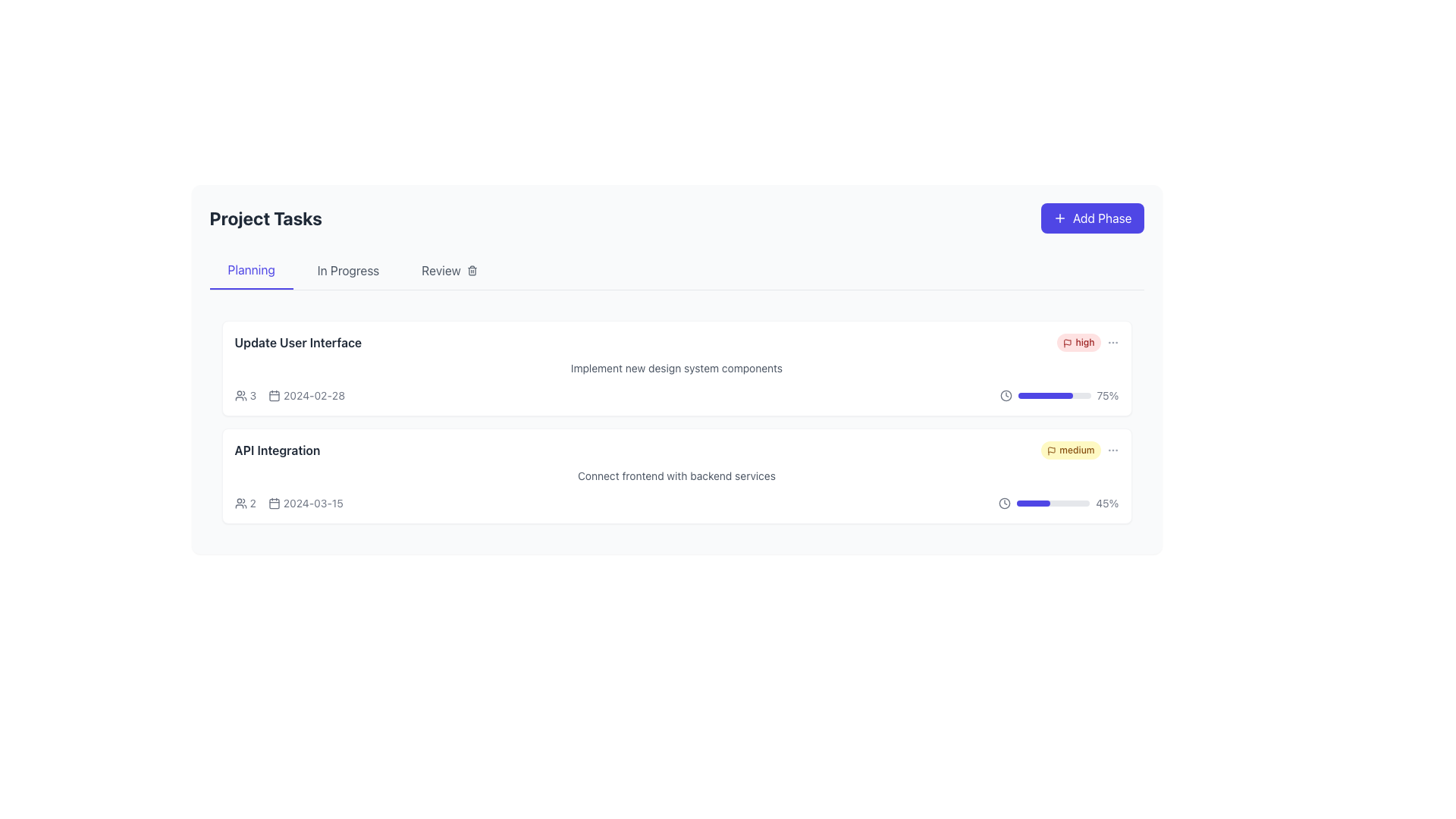 This screenshot has width=1456, height=819. What do you see at coordinates (290, 394) in the screenshot?
I see `the Text Display element that shows a textual date value, located in the top task card under the 'Planning' tab, next to a group icon and numeral` at bounding box center [290, 394].